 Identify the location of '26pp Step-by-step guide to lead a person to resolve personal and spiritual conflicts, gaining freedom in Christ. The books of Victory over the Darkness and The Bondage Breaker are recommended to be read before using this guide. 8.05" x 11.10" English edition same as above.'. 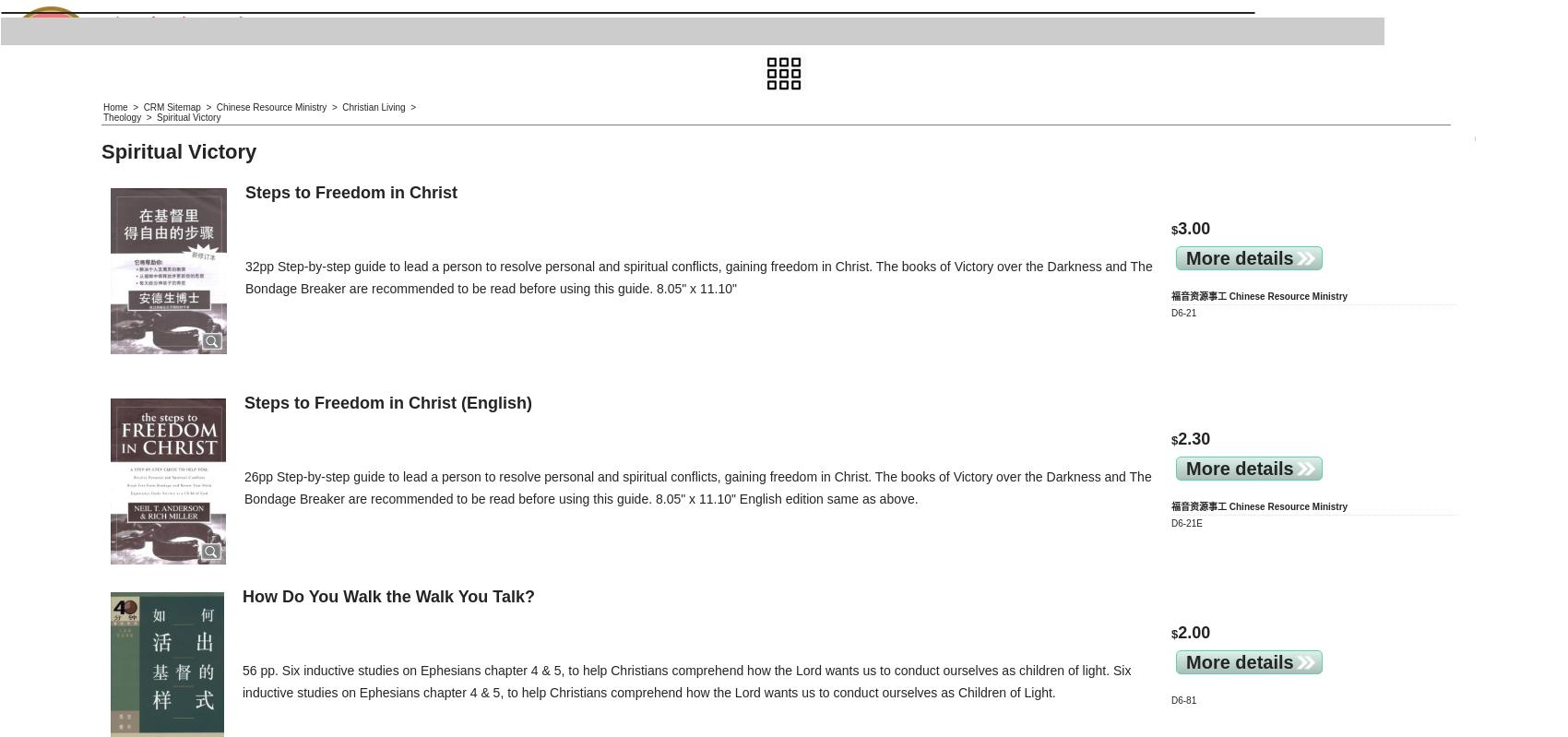
(244, 487).